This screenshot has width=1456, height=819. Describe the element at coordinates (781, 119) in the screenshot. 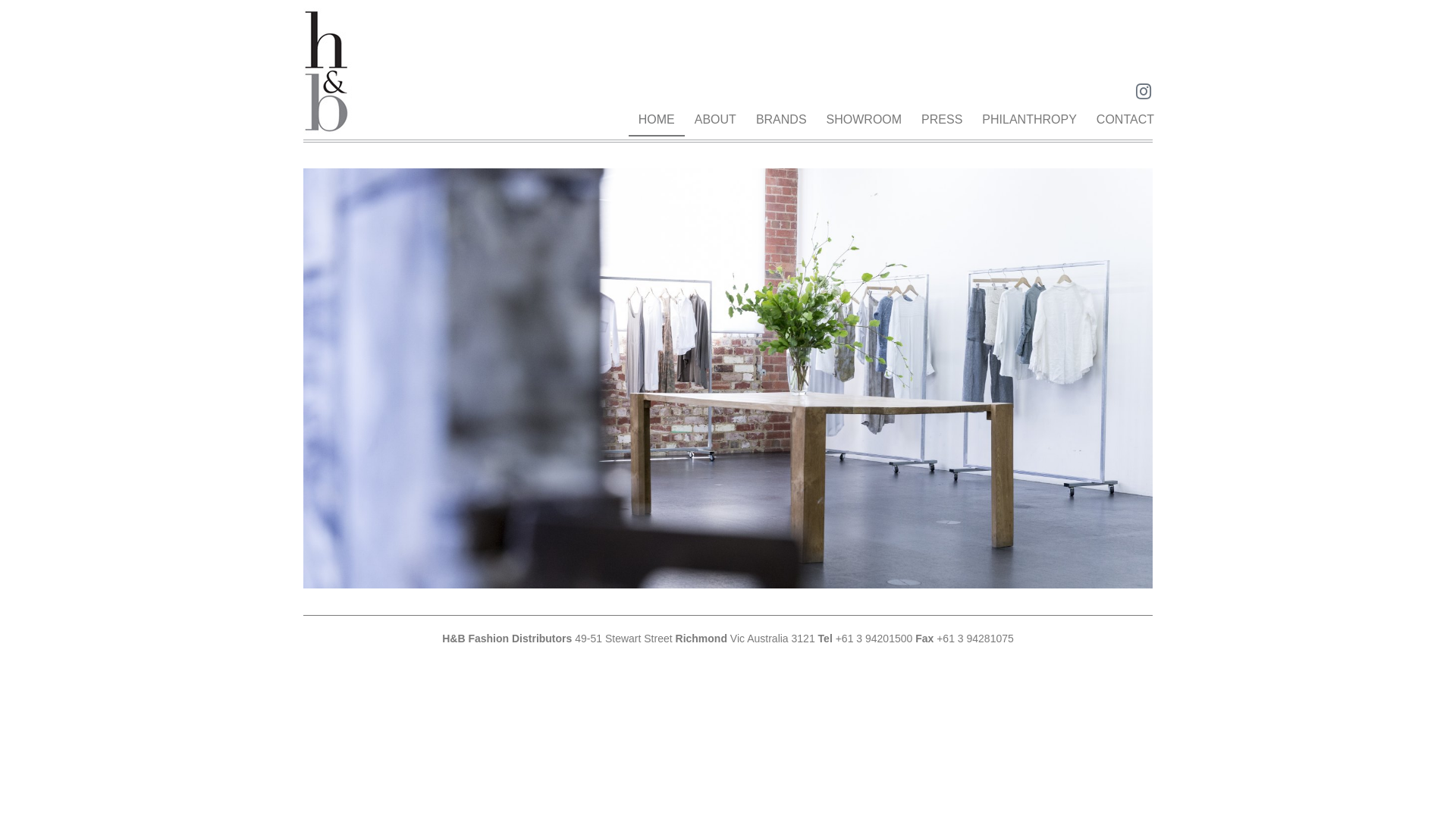

I see `'BRANDS'` at that location.